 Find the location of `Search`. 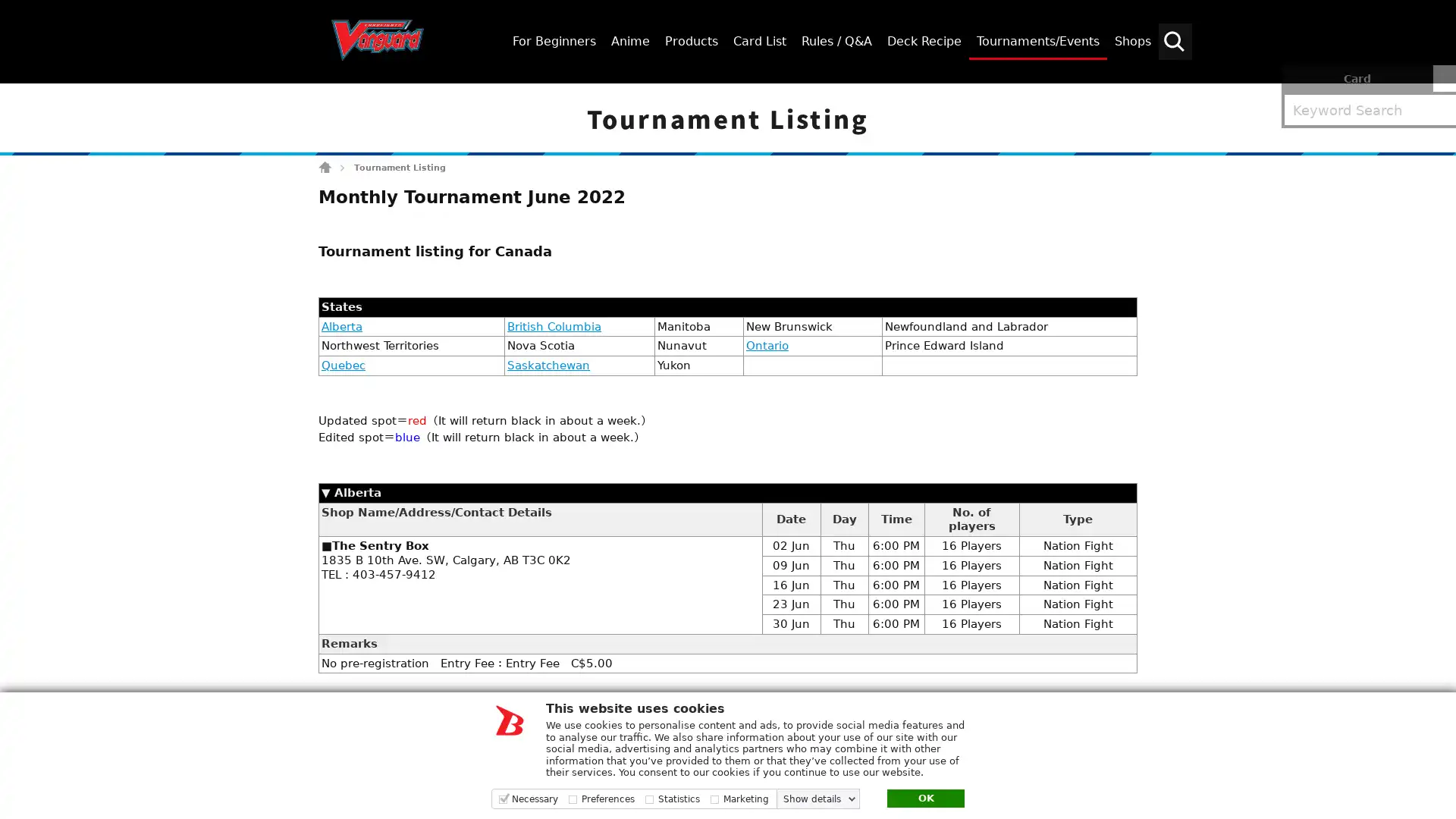

Search is located at coordinates (1437, 96).